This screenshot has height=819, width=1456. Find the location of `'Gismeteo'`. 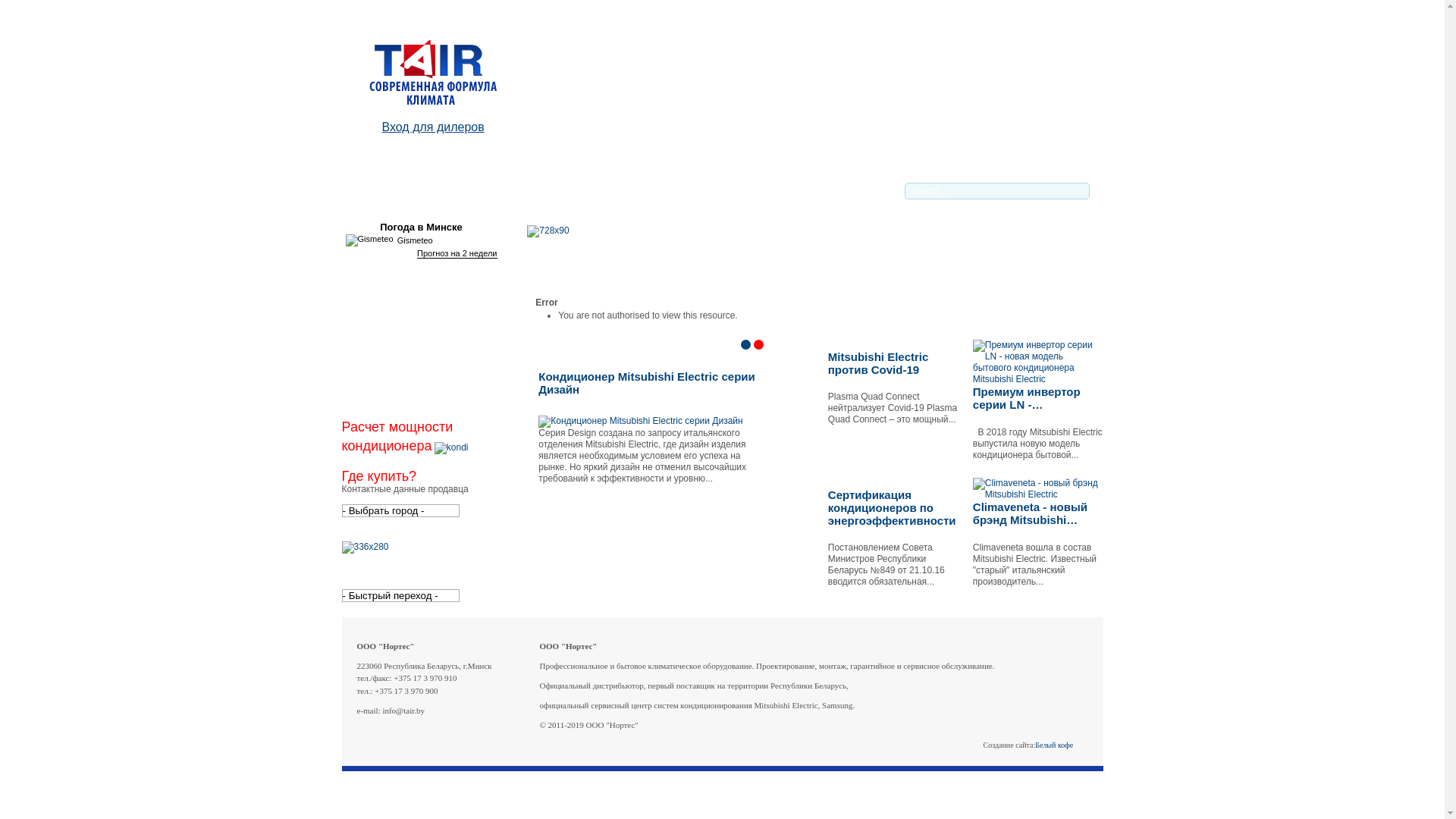

'Gismeteo' is located at coordinates (345, 239).